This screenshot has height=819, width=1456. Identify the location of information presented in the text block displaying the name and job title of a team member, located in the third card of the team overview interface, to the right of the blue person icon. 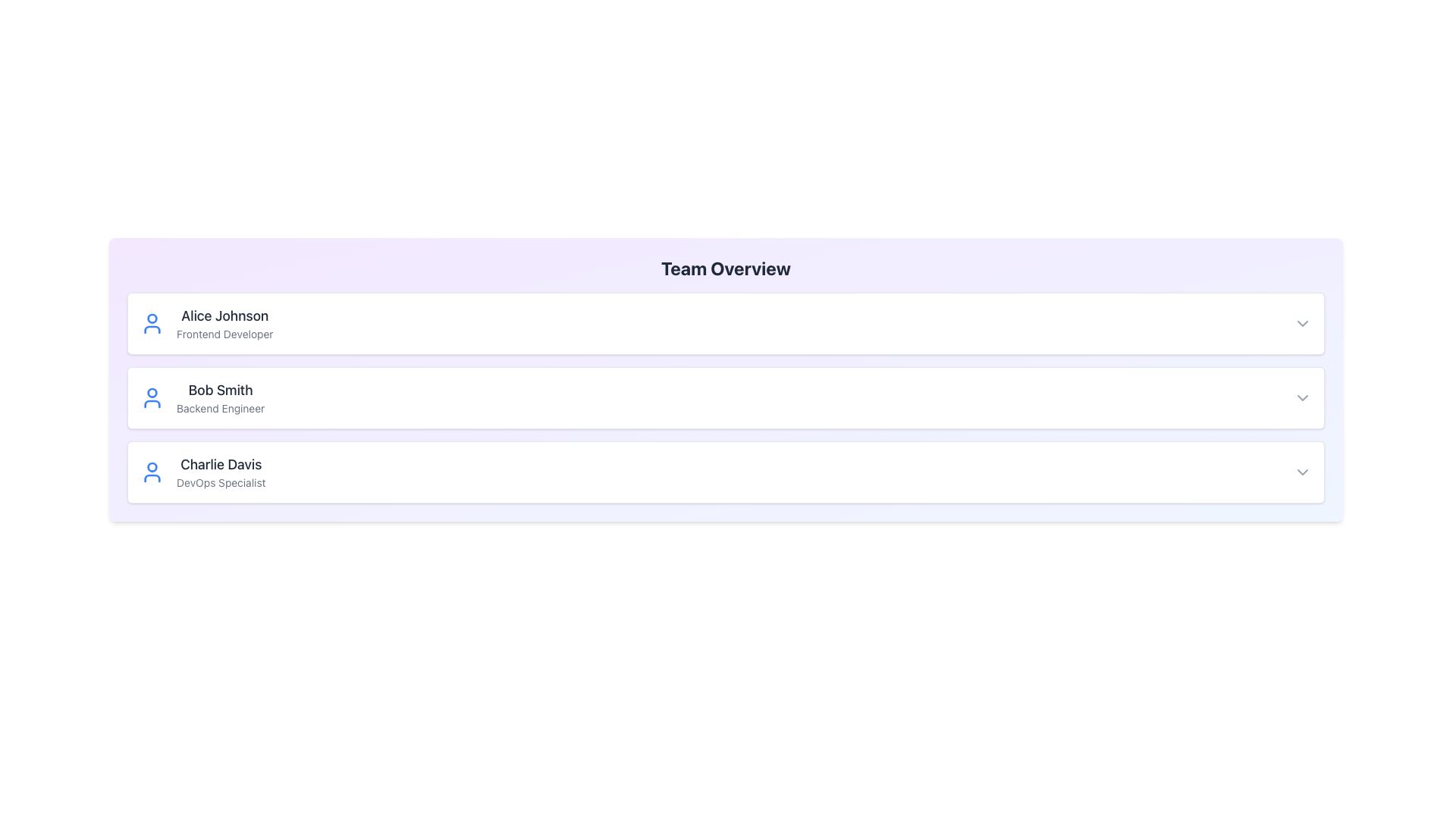
(220, 472).